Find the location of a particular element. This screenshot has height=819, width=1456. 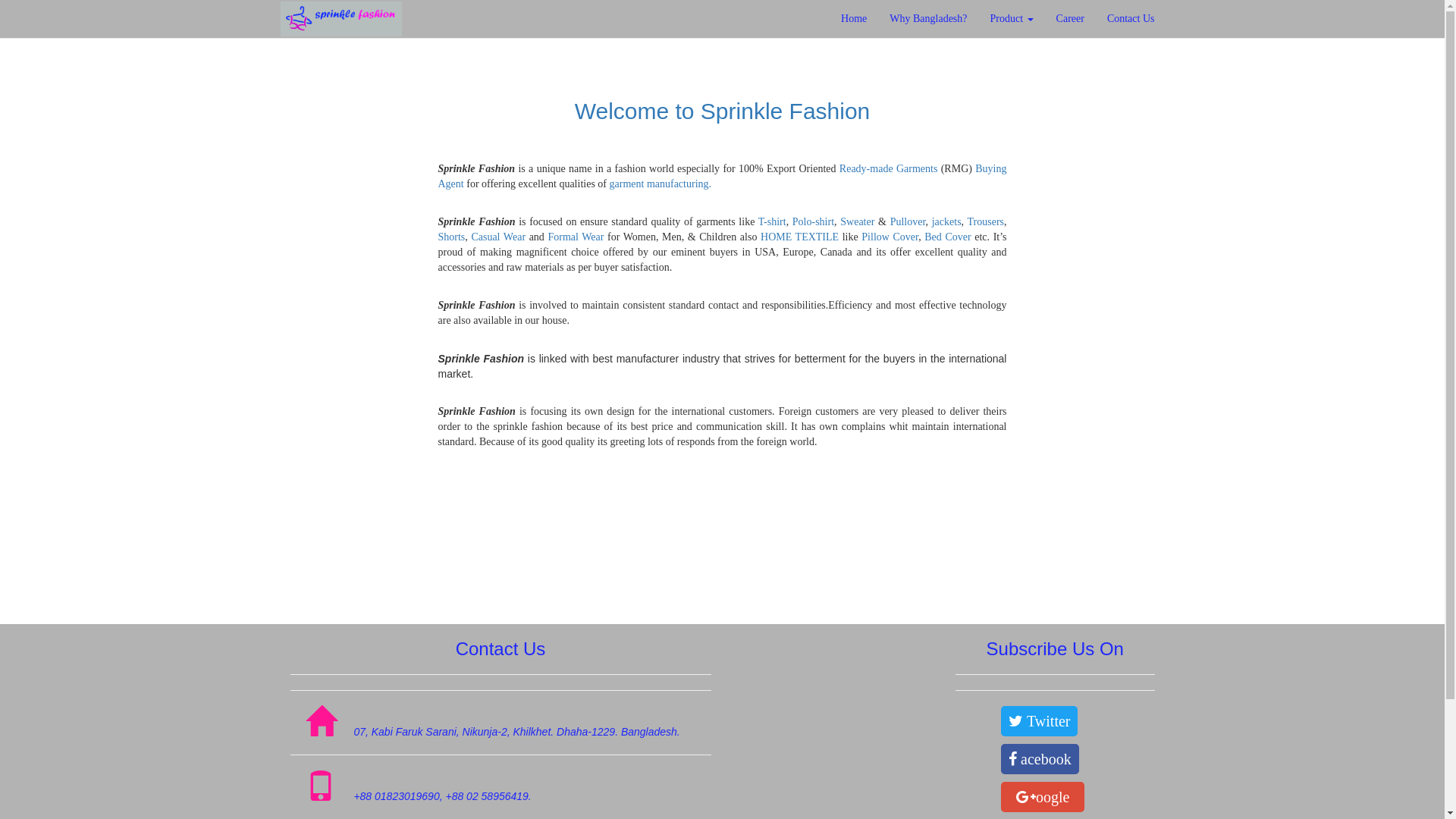

'Trousers' is located at coordinates (986, 221).